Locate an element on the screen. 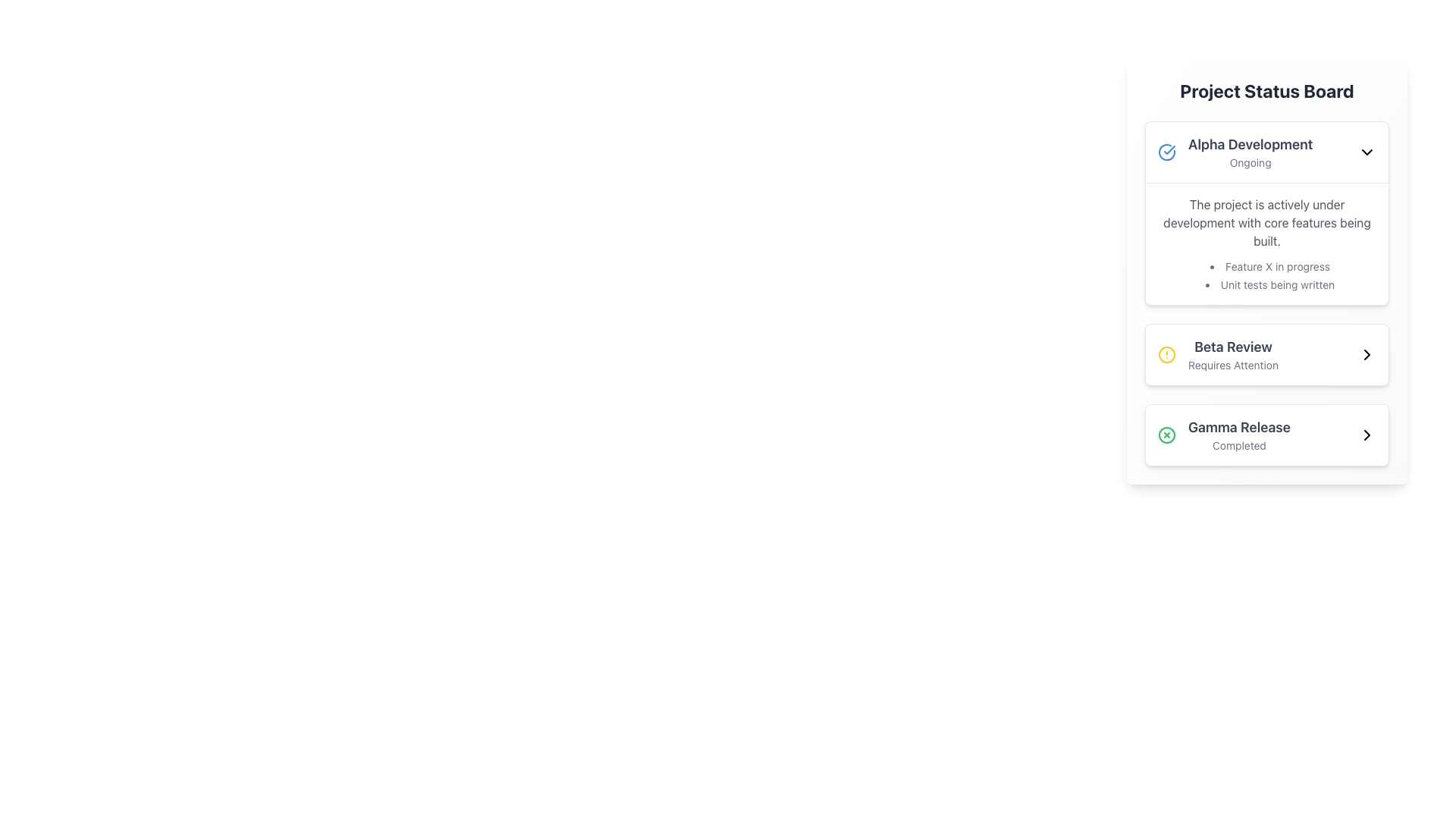  the 'Completed' label that is styled in muted gray, located underneath the 'Gamma Release' text within the 'Project Status Board' is located at coordinates (1239, 444).